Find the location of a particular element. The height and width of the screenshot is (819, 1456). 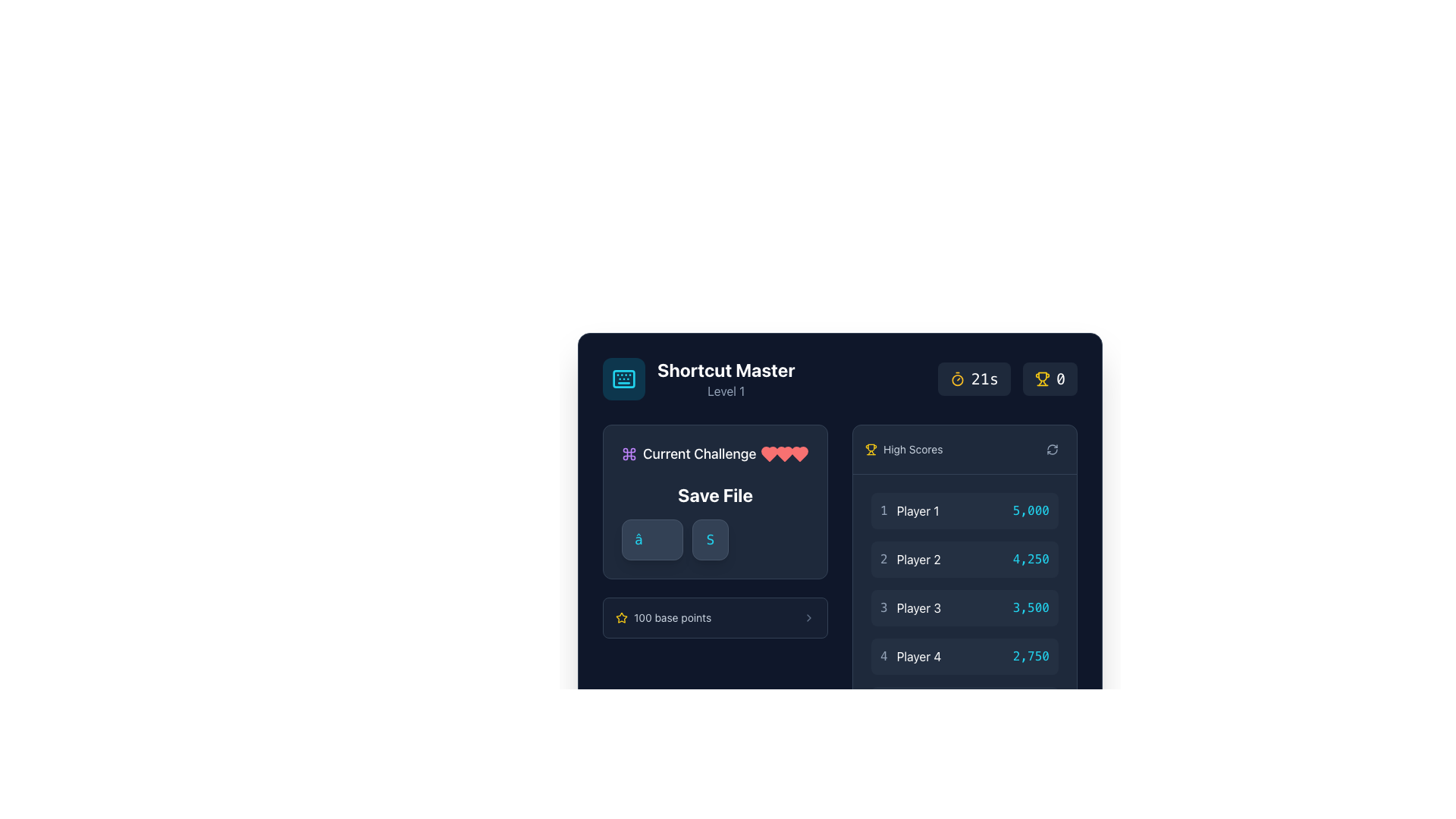

the numeric text label '4,250' displayed in cyan color within the high scores panel for accessibility purposes is located at coordinates (1031, 559).